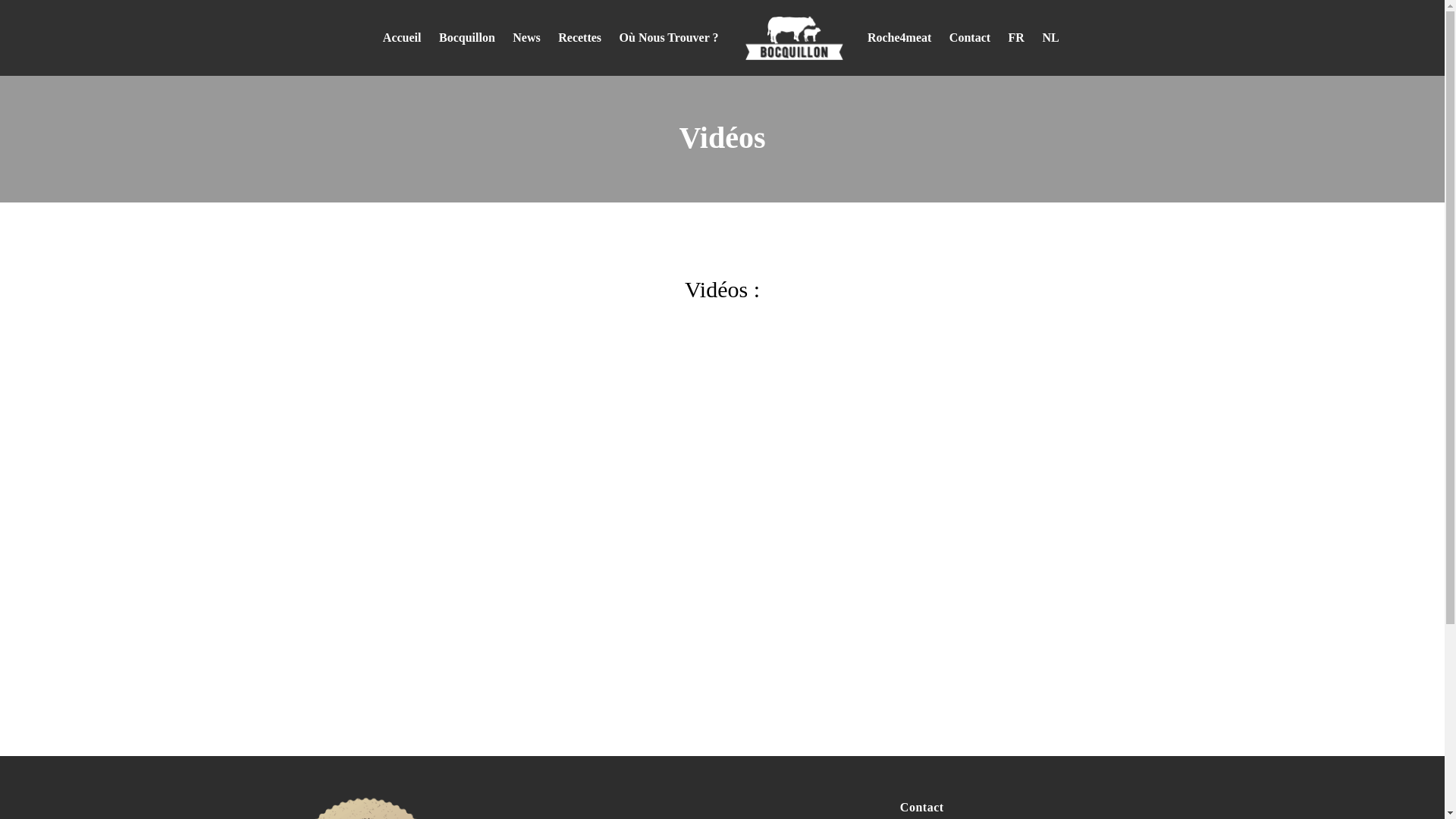  Describe the element at coordinates (859, 37) in the screenshot. I see `'Roche4meat'` at that location.